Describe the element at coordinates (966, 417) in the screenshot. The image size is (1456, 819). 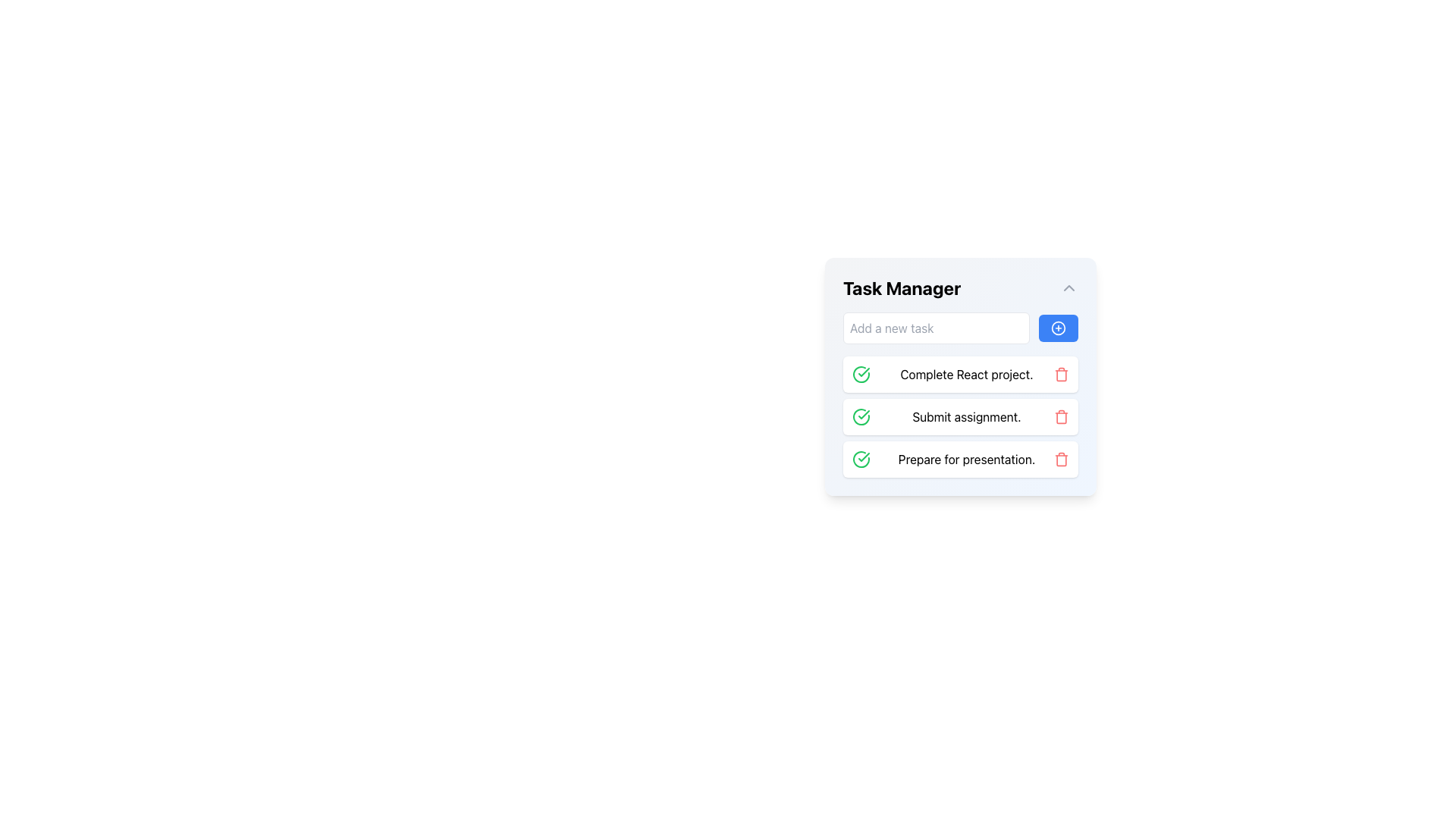
I see `text from the Text Label displaying 'Submit assignment.' which is the primary content of the second task in the task list under 'Task Manager'` at that location.